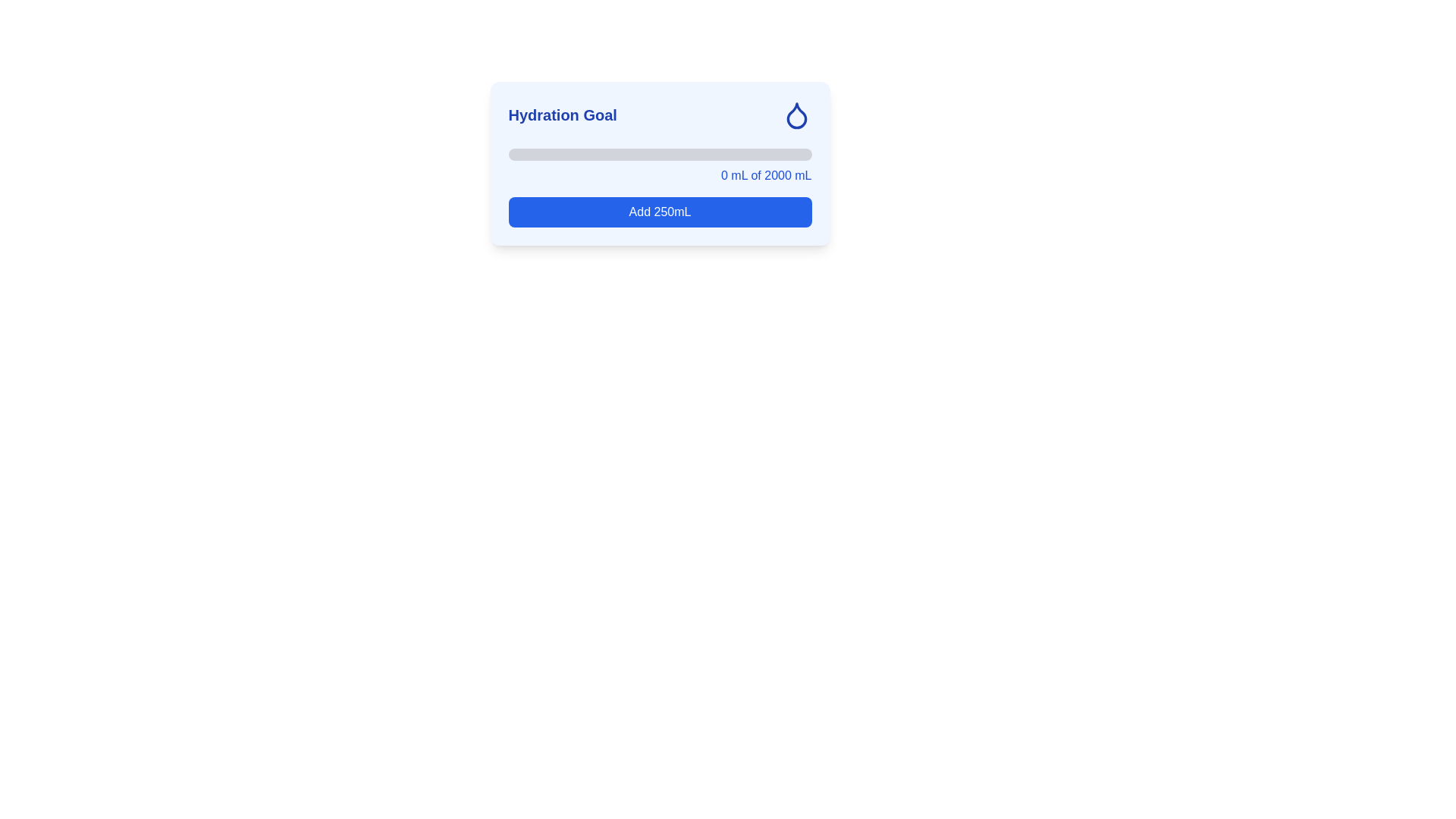  Describe the element at coordinates (795, 115) in the screenshot. I see `the blue water droplet icon within the white square frame, located at the top-right corner of the 'Hydration Goal' card` at that location.